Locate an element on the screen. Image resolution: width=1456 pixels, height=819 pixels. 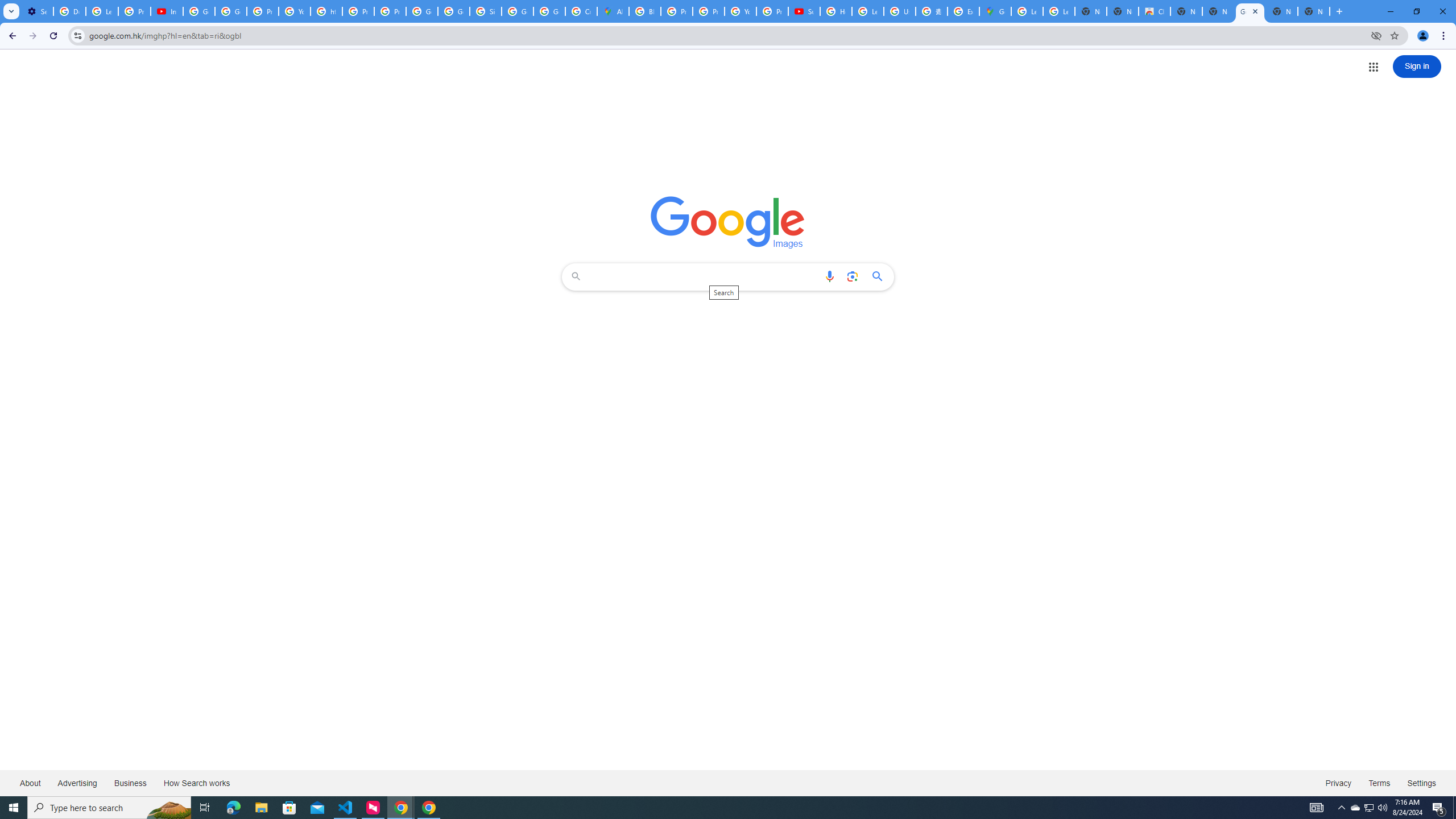
'Create your Google Account' is located at coordinates (581, 11).